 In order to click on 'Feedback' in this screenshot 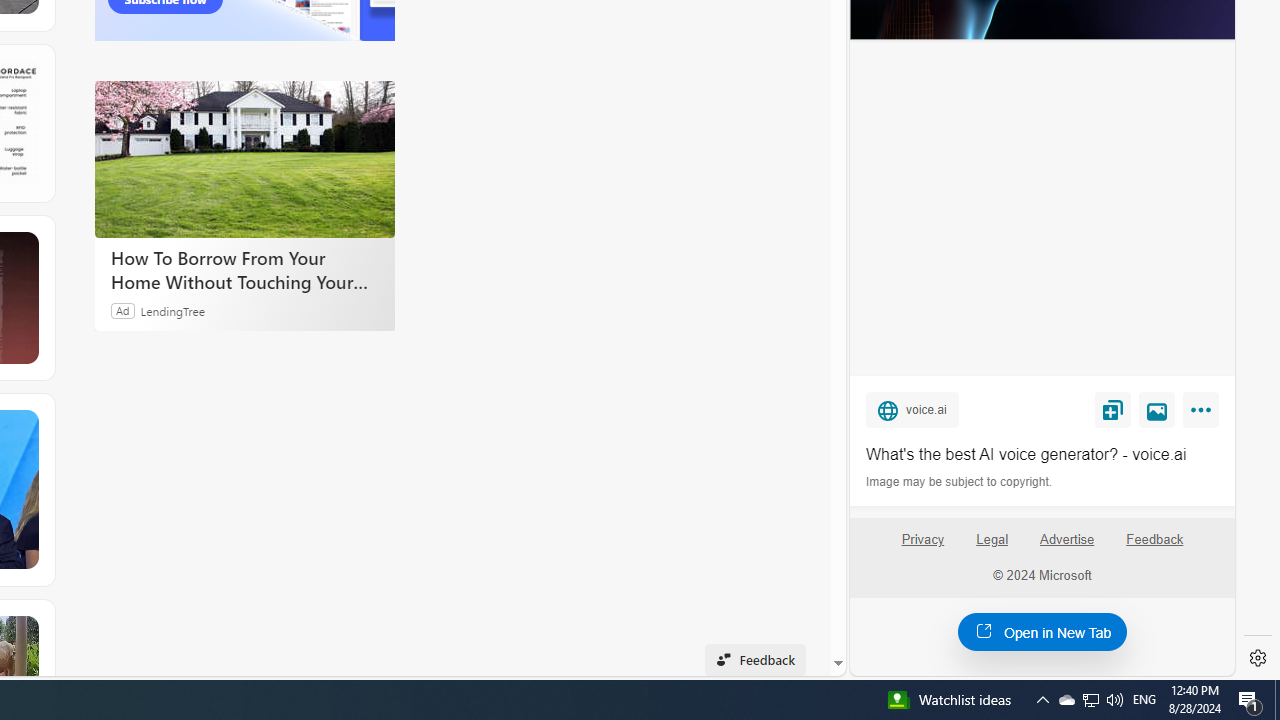, I will do `click(1155, 547)`.